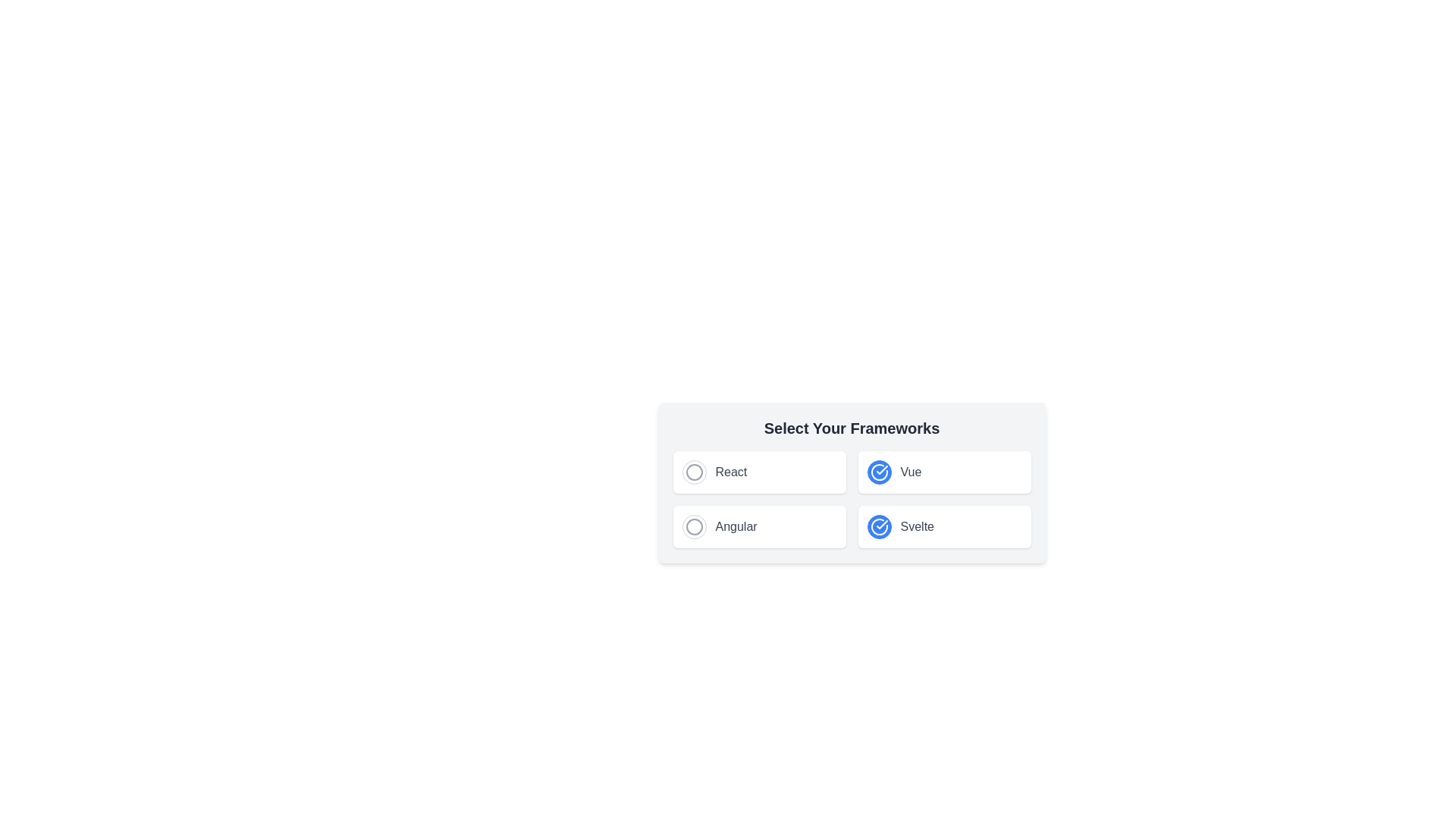 The width and height of the screenshot is (1456, 819). I want to click on visual details of the circular vector graphic element within the 'React' button in the framework selection interface, so click(693, 472).